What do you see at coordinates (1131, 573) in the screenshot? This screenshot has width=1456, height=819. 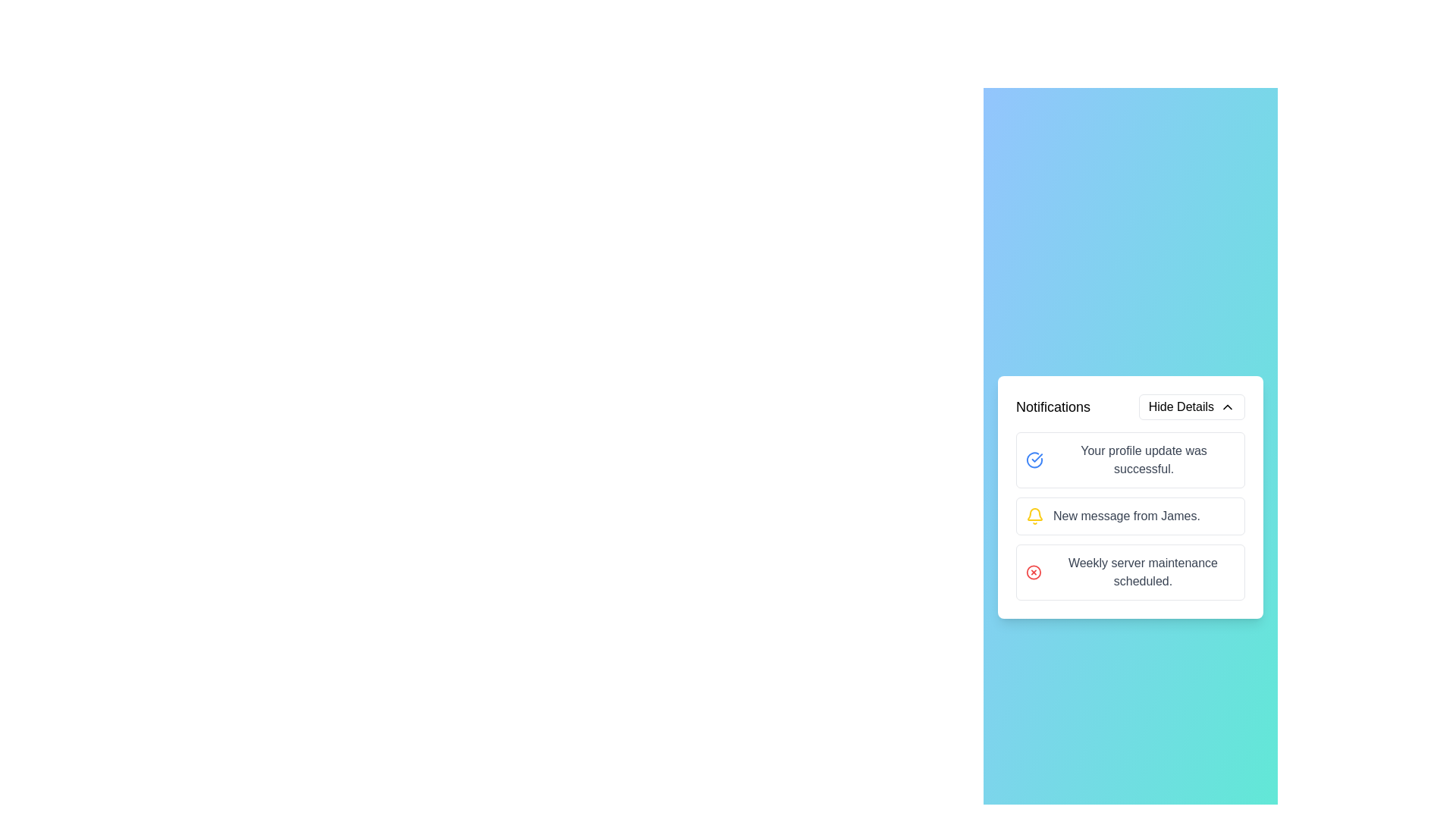 I see `the notification box containing the text 'Weekly server maintenance scheduled.' with a red circular icon to its left` at bounding box center [1131, 573].